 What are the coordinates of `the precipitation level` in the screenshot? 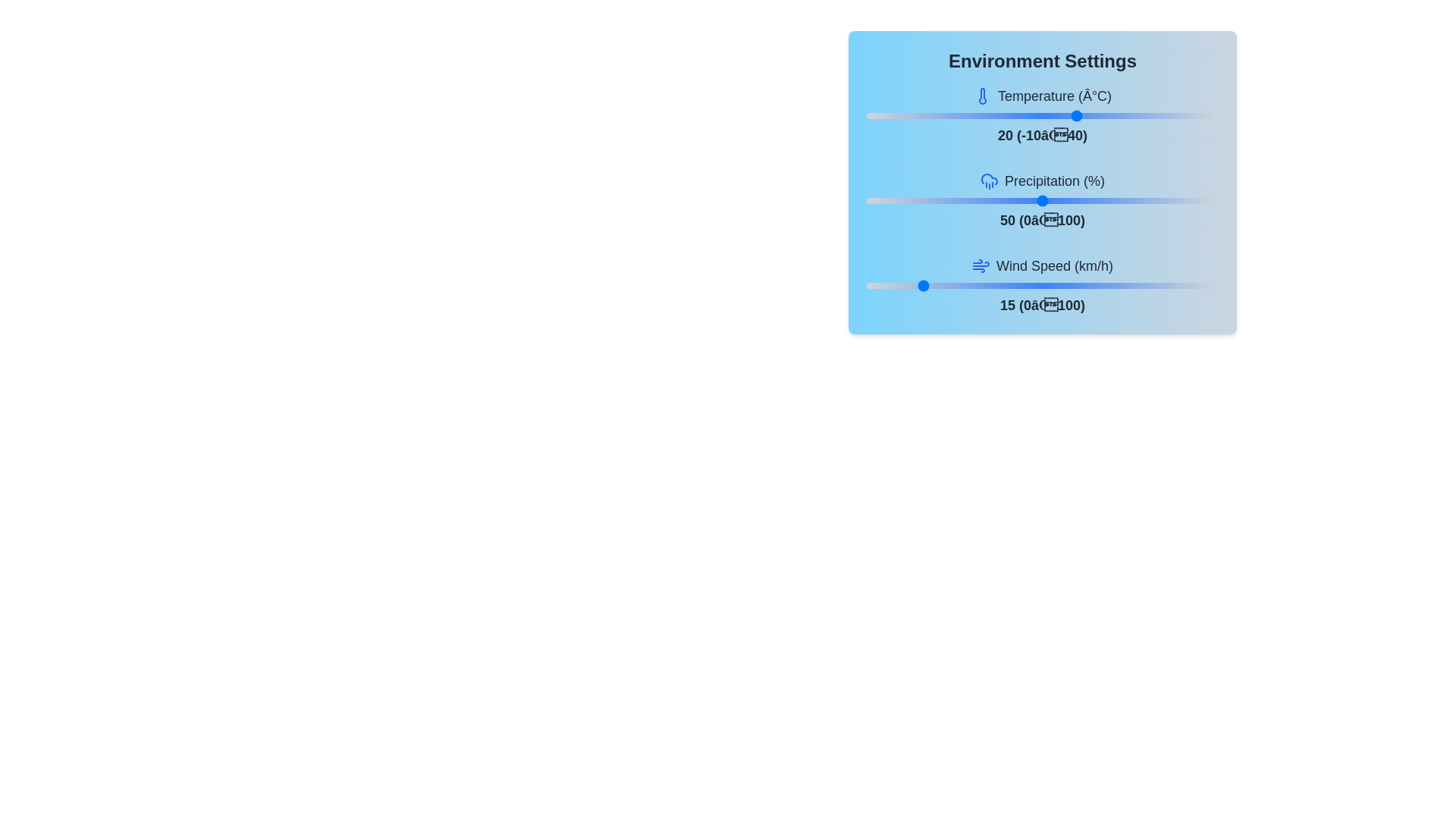 It's located at (912, 200).